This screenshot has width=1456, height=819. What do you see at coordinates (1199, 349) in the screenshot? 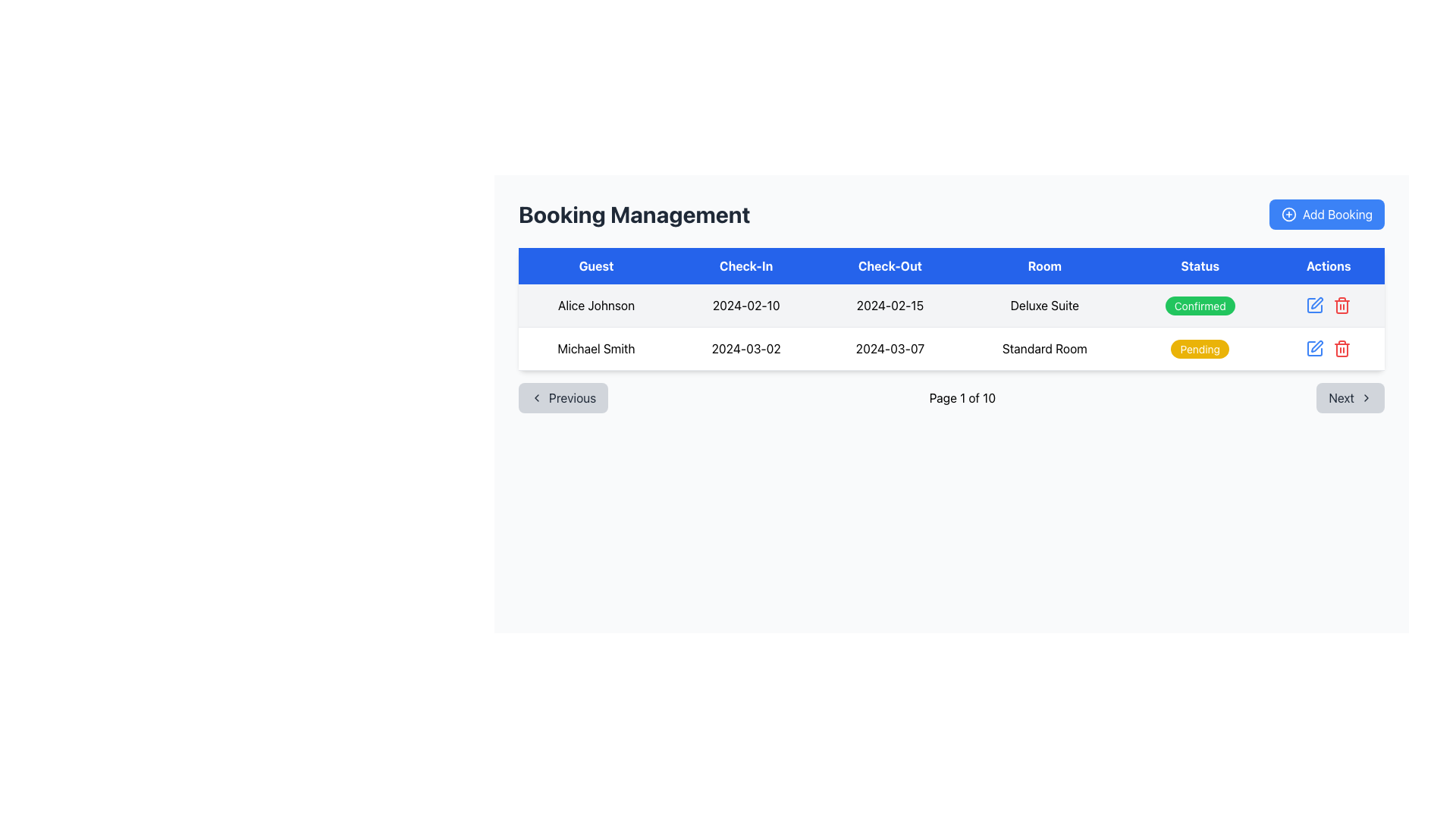
I see `the status label in the 'Status' column of the second row in the table, which indicates the current booking status and is surrounded by 'Standard Room' text and action buttons` at bounding box center [1199, 349].